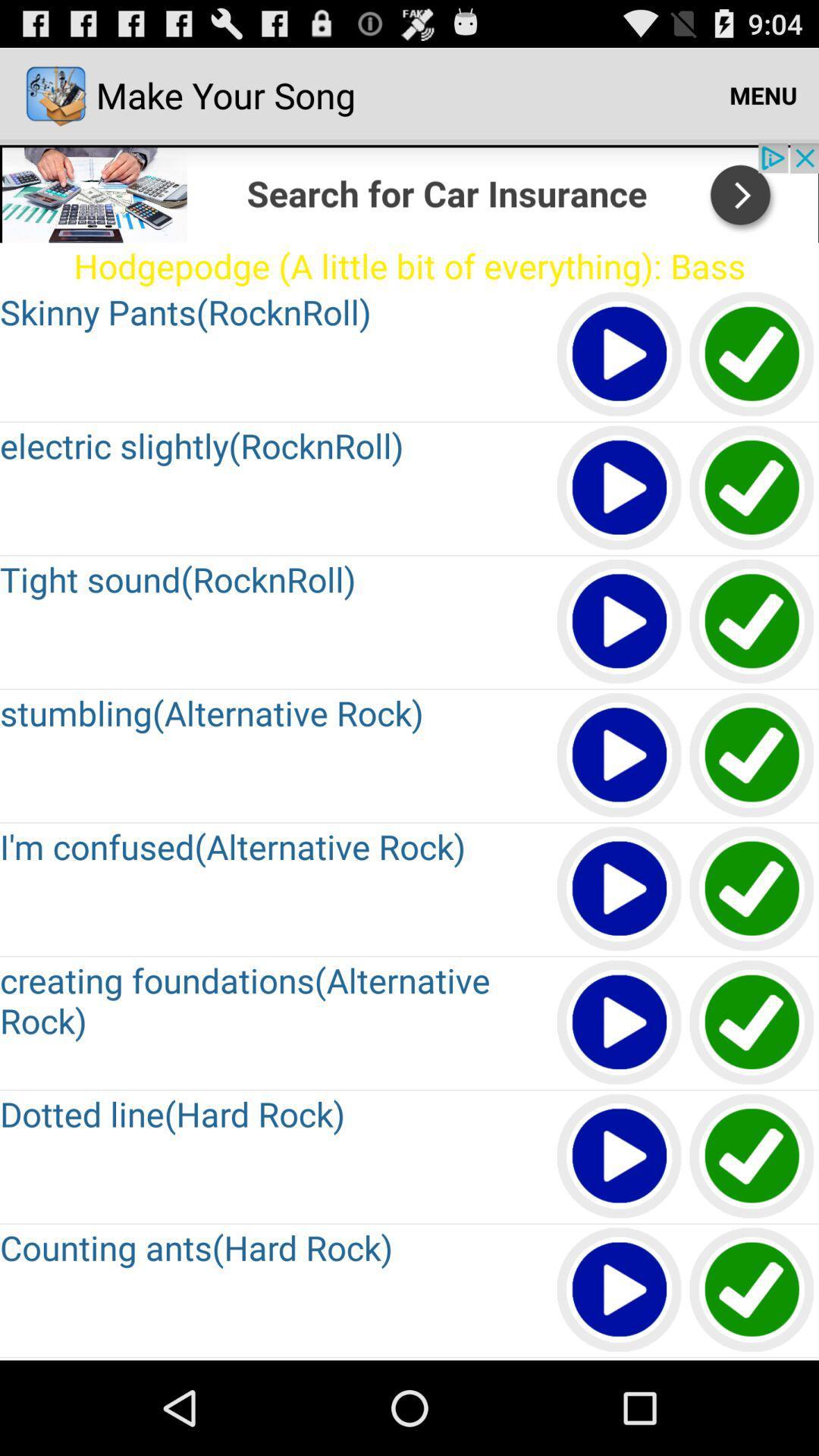 This screenshot has height=1456, width=819. What do you see at coordinates (752, 1023) in the screenshot?
I see `switch autoplay option` at bounding box center [752, 1023].